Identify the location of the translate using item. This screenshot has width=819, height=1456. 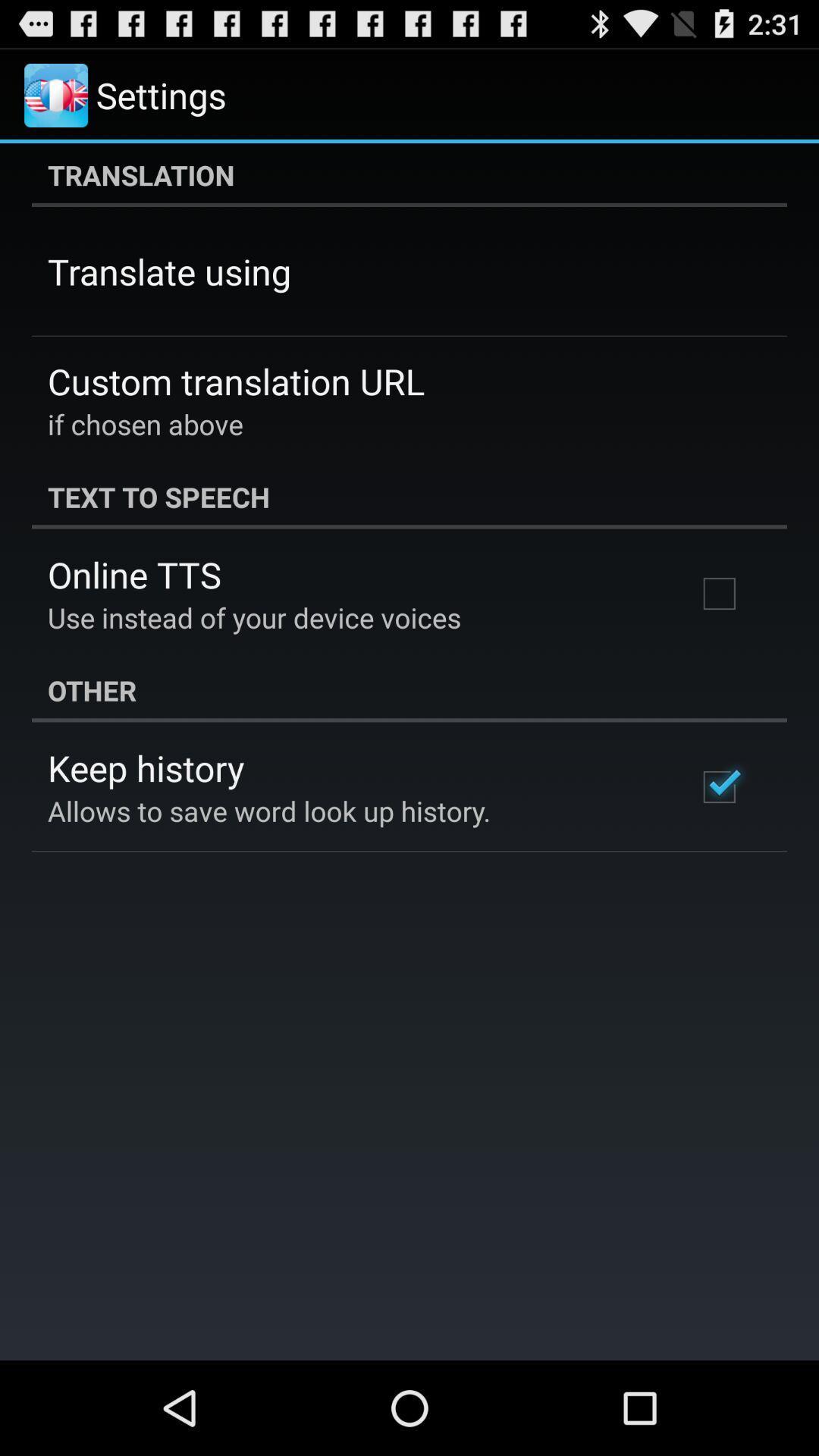
(169, 271).